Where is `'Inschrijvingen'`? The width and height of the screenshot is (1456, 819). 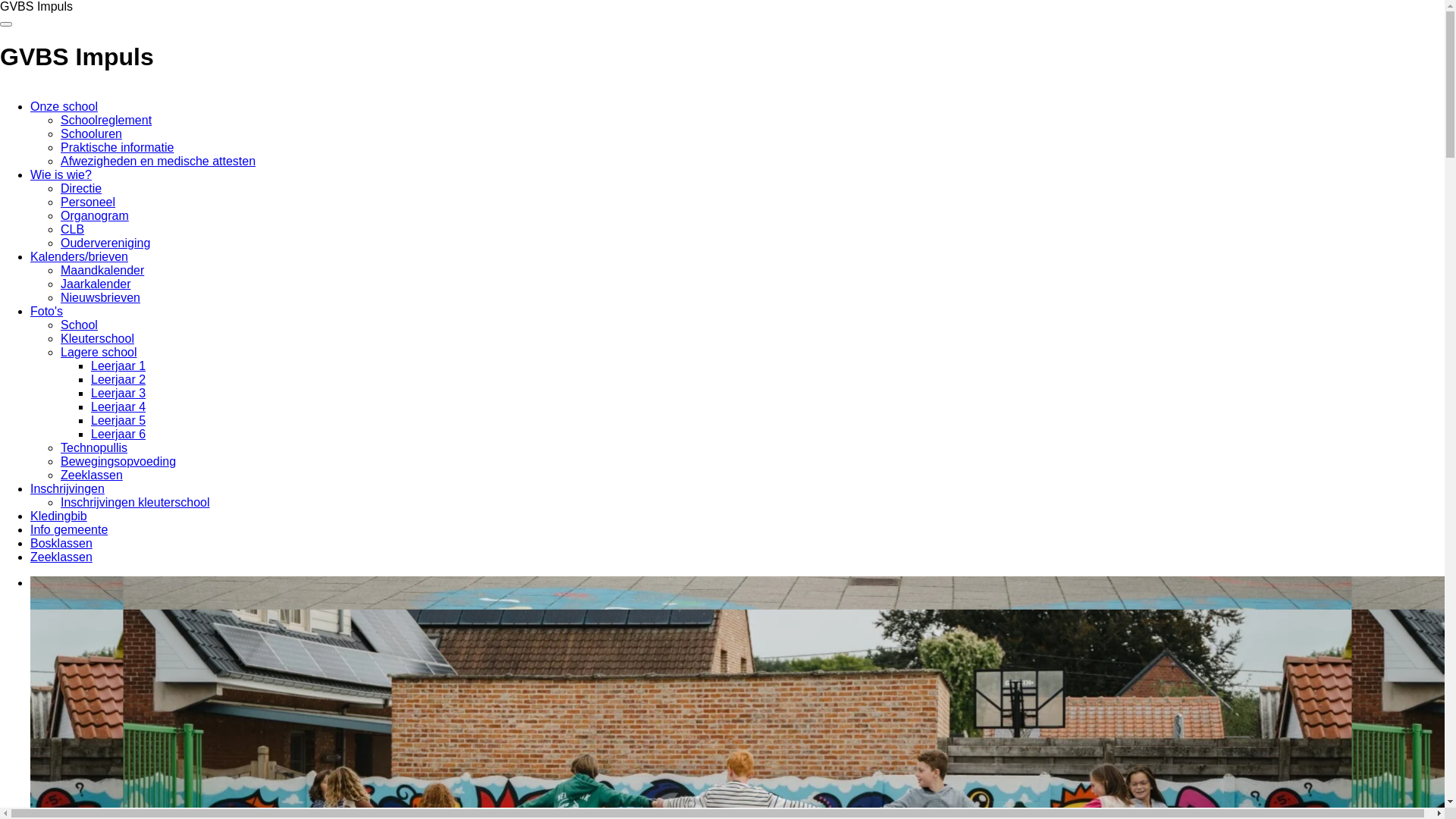 'Inschrijvingen' is located at coordinates (67, 488).